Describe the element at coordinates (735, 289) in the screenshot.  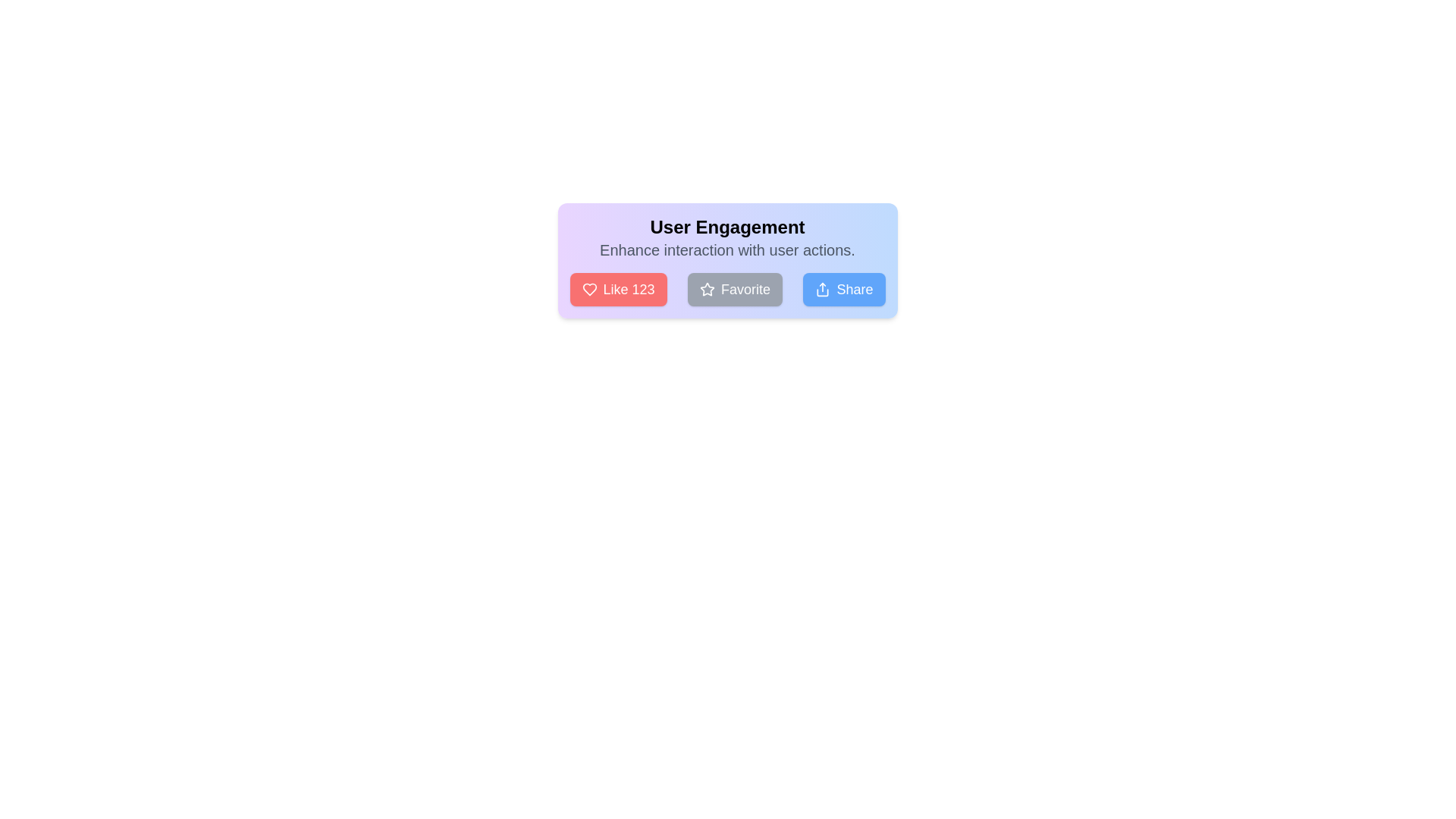
I see `the second button from the left in the horizontal layout to mark the associated content as a favorite` at that location.